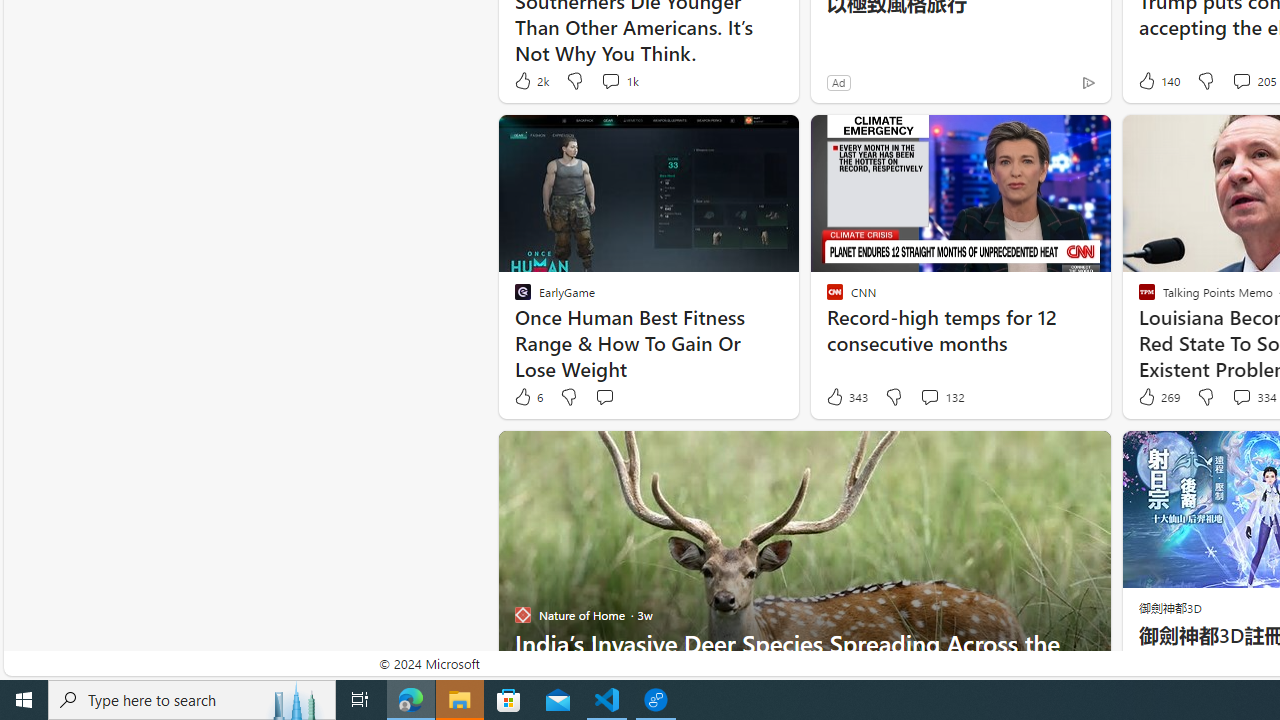 The height and width of the screenshot is (720, 1280). I want to click on 'View comments 1k Comment', so click(609, 80).